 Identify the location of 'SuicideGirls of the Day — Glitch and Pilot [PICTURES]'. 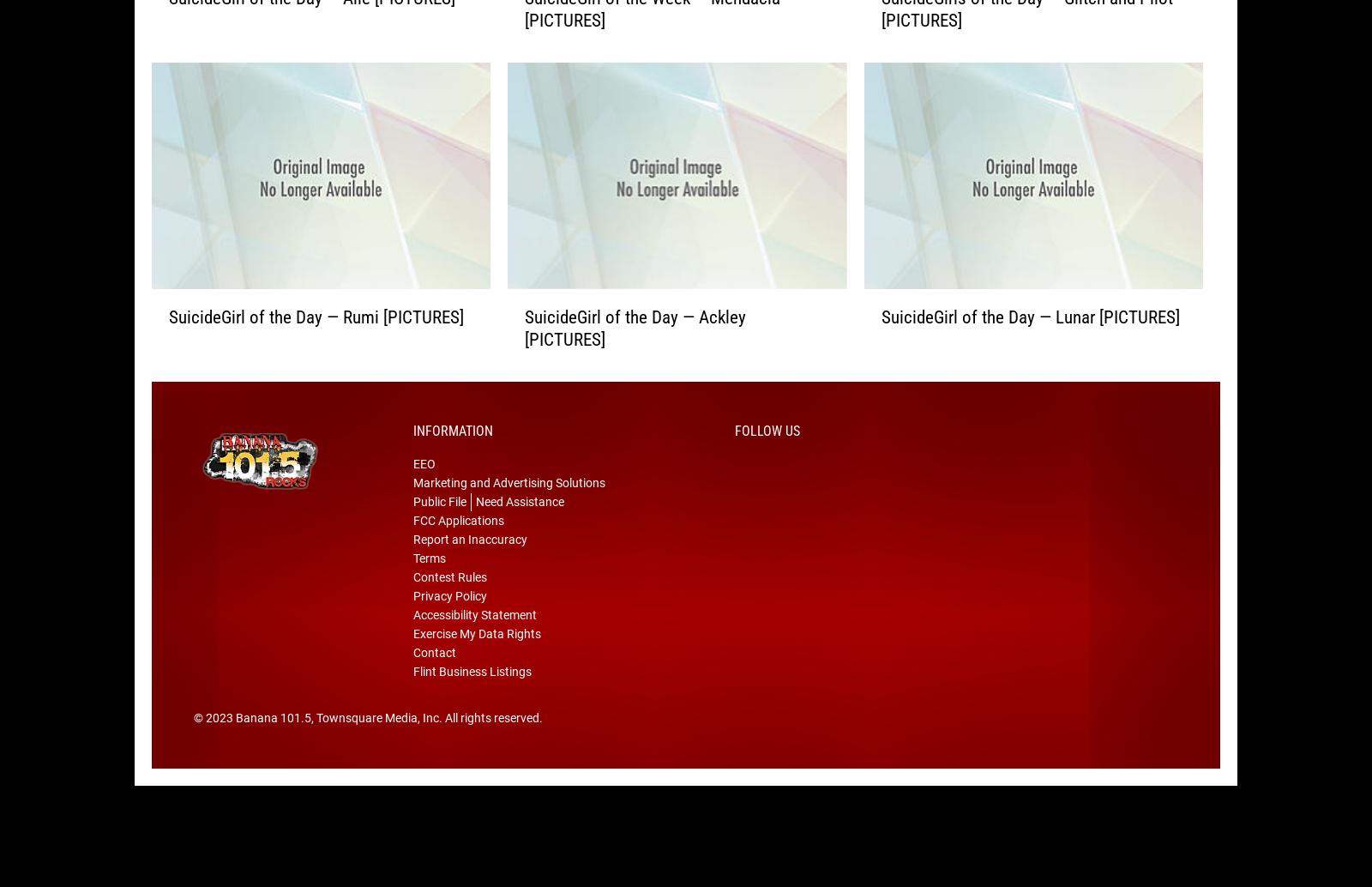
(1026, 37).